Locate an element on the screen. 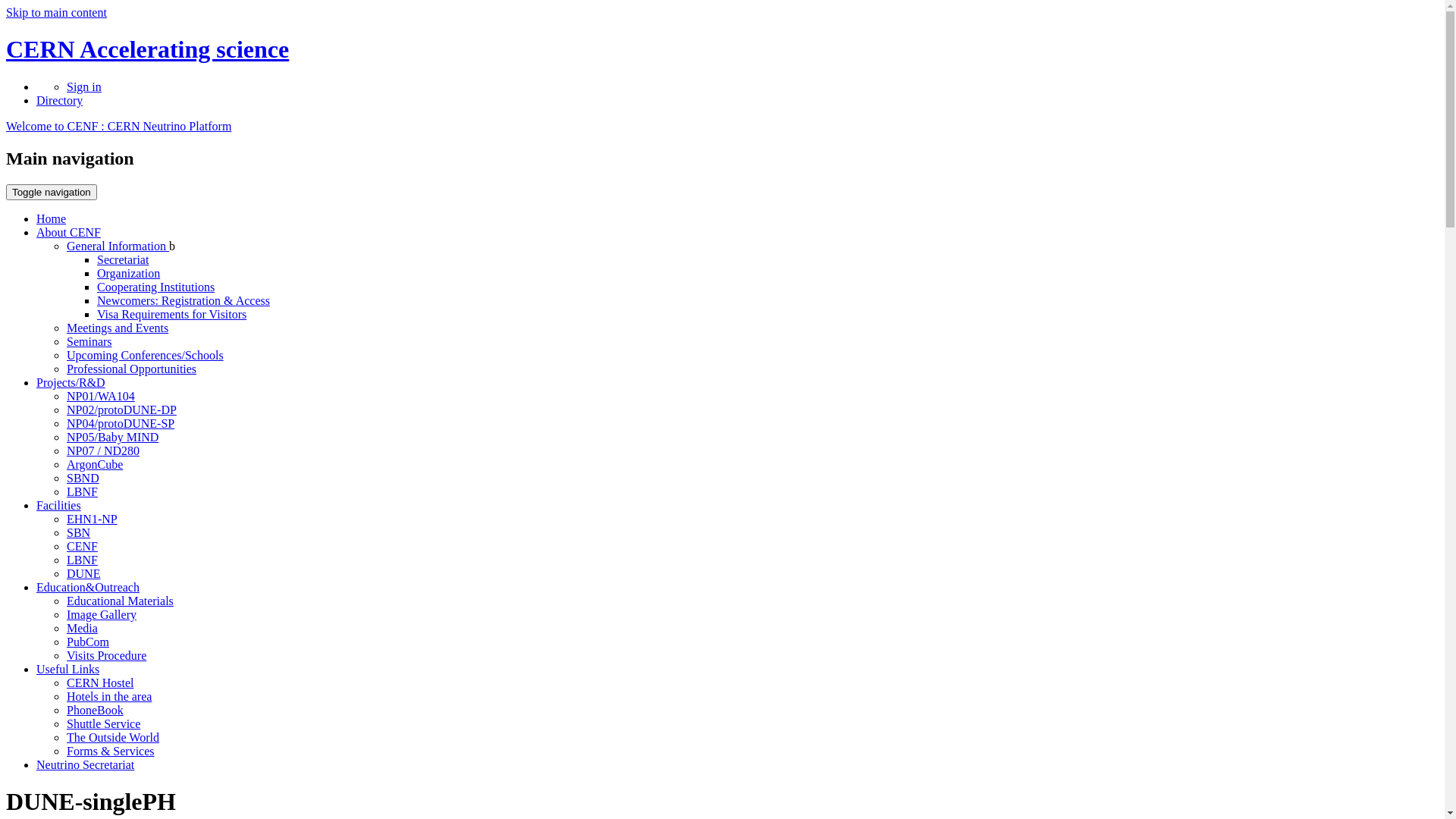  'Toggle navigation' is located at coordinates (51, 191).